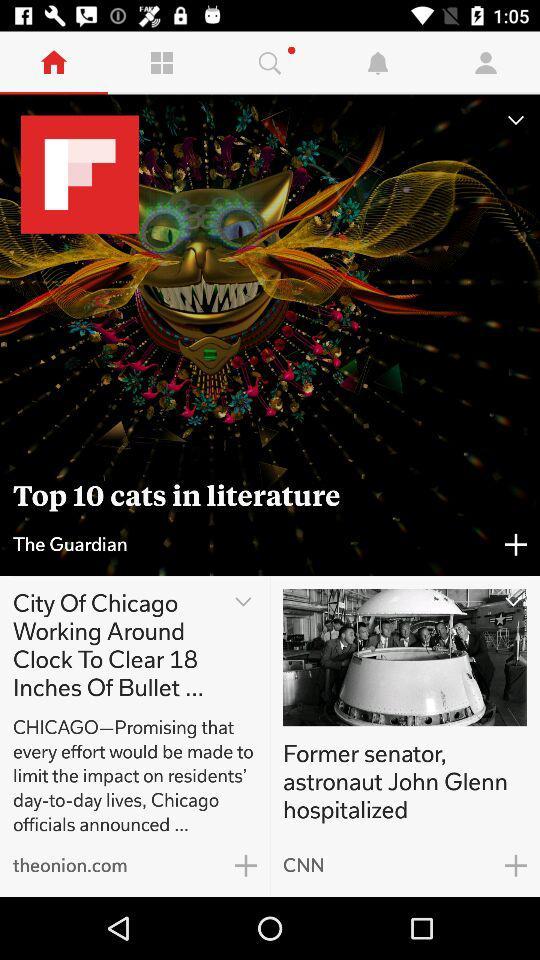  I want to click on the add icon, so click(246, 864).